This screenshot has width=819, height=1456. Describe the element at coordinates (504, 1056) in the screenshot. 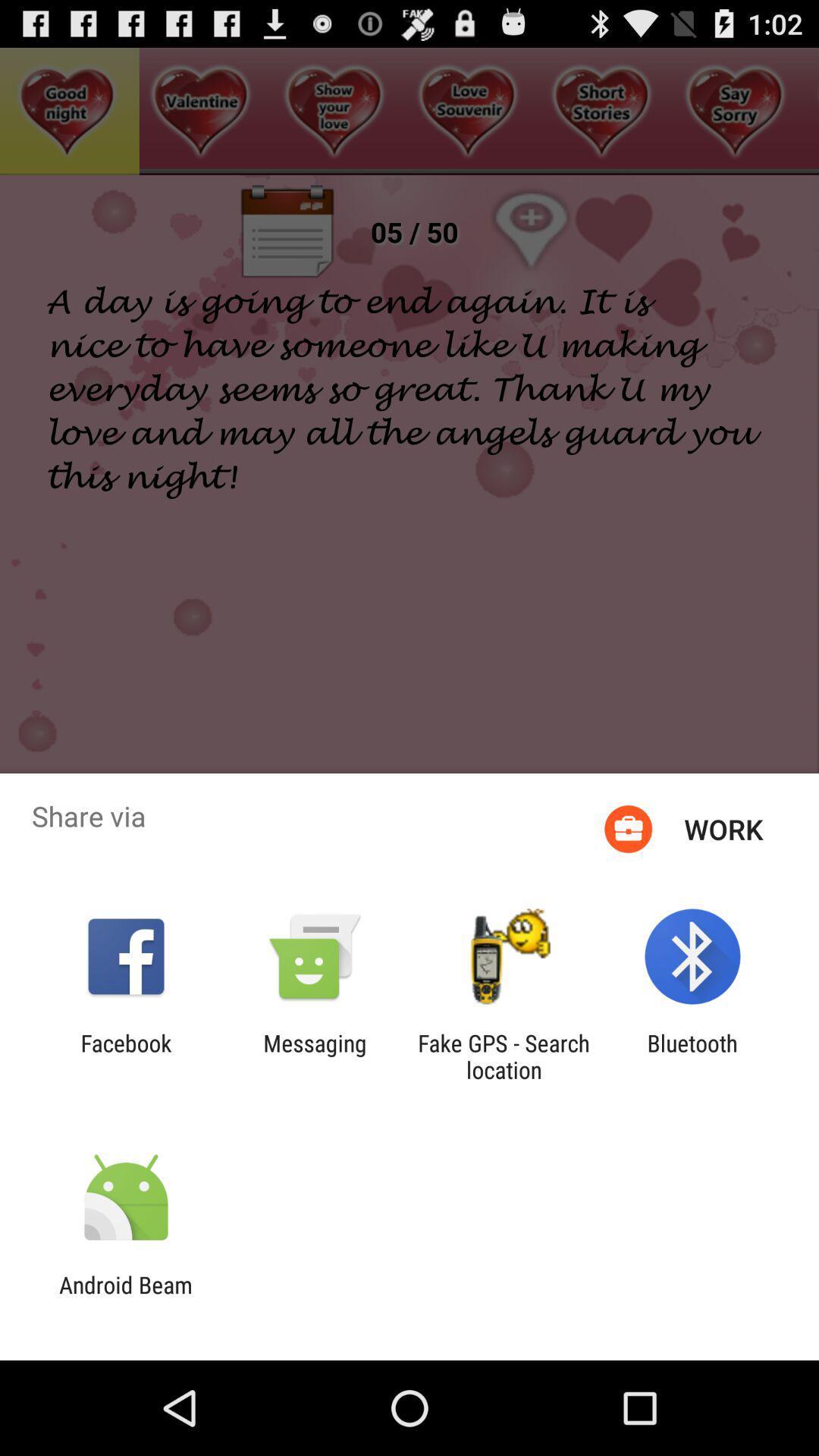

I see `item to the right of the messaging app` at that location.